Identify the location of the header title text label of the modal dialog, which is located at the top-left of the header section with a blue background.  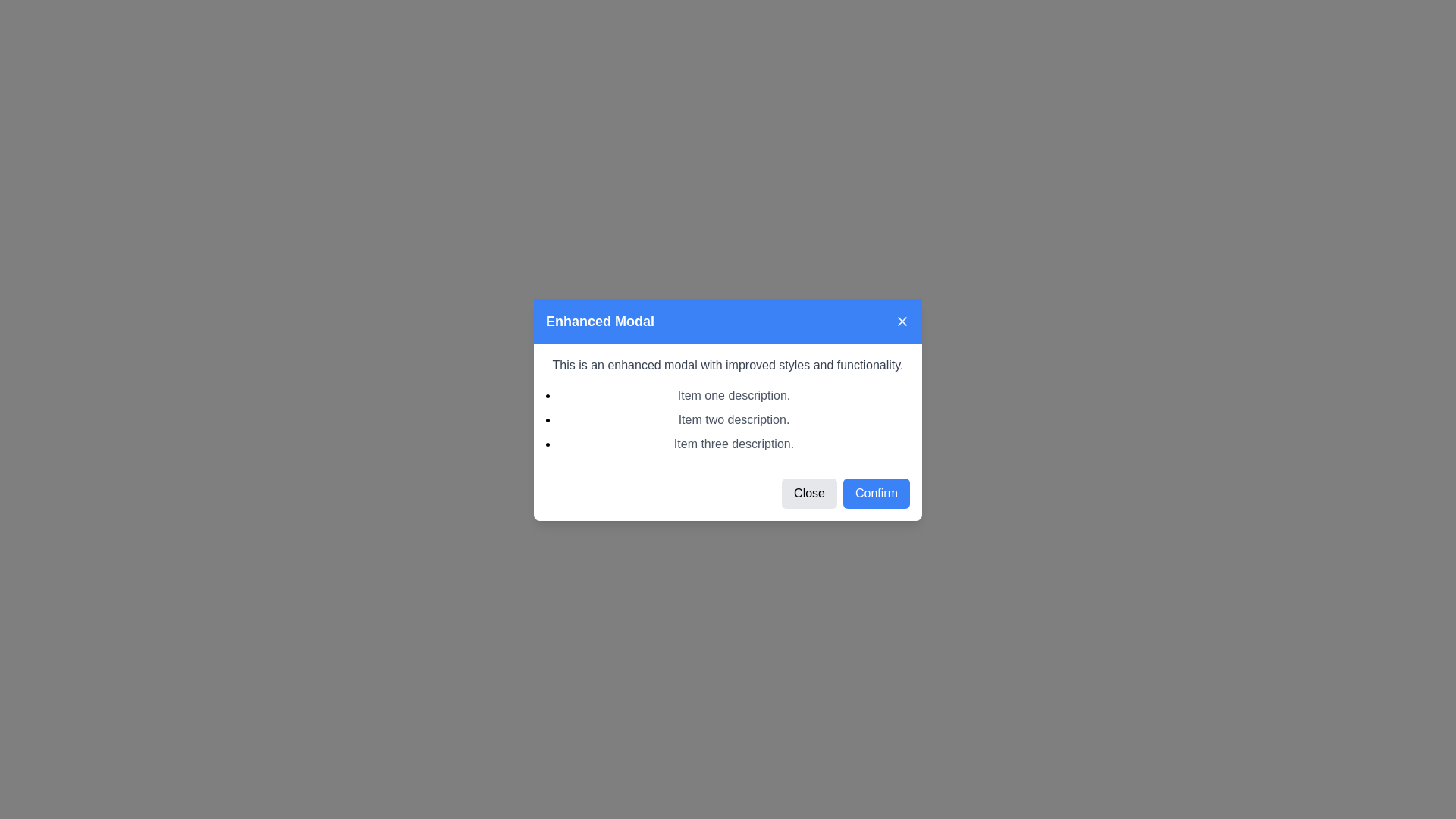
(599, 320).